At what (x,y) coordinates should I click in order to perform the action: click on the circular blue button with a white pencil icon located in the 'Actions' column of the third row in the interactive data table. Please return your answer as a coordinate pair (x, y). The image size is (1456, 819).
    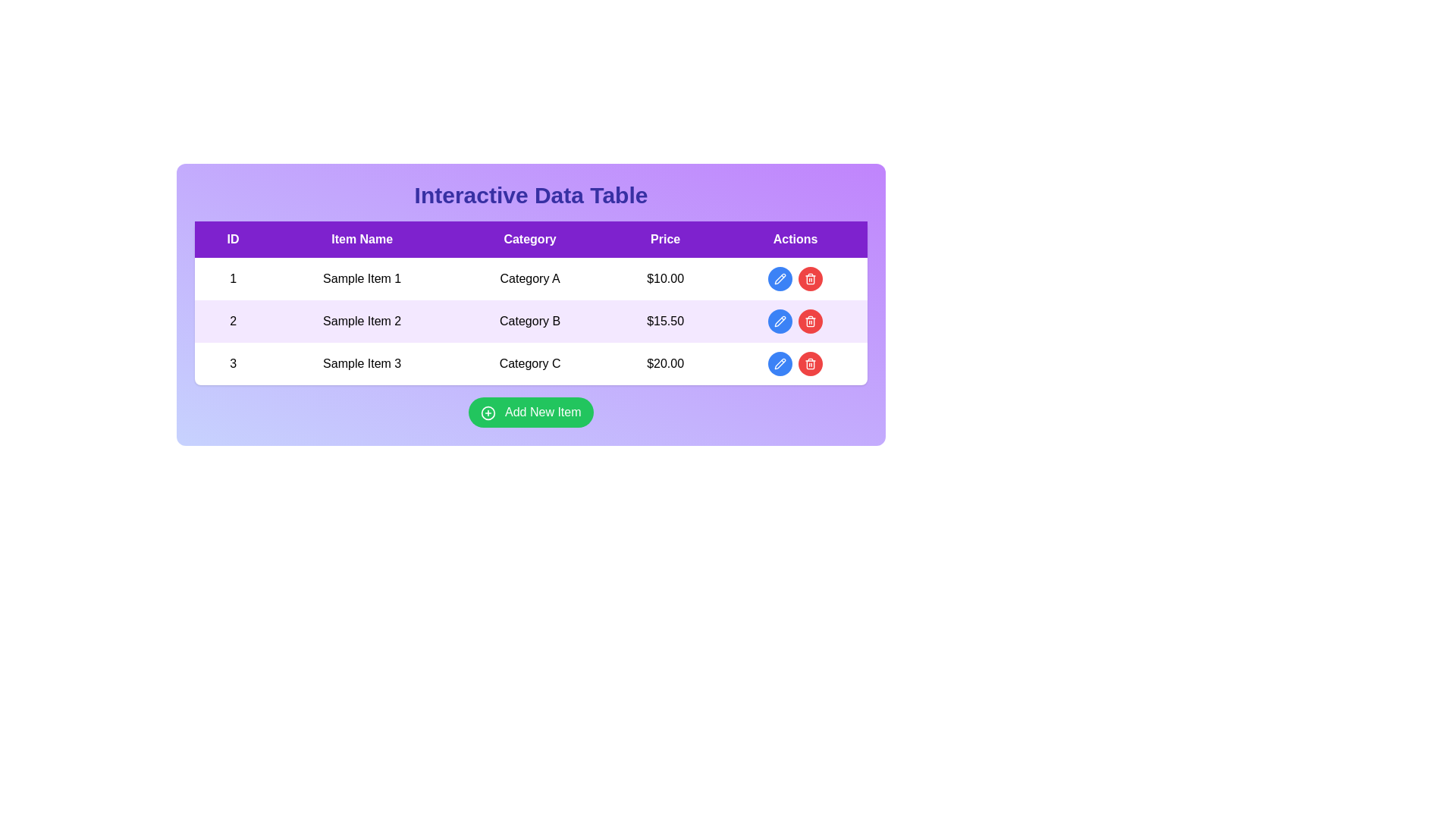
    Looking at the image, I should click on (780, 363).